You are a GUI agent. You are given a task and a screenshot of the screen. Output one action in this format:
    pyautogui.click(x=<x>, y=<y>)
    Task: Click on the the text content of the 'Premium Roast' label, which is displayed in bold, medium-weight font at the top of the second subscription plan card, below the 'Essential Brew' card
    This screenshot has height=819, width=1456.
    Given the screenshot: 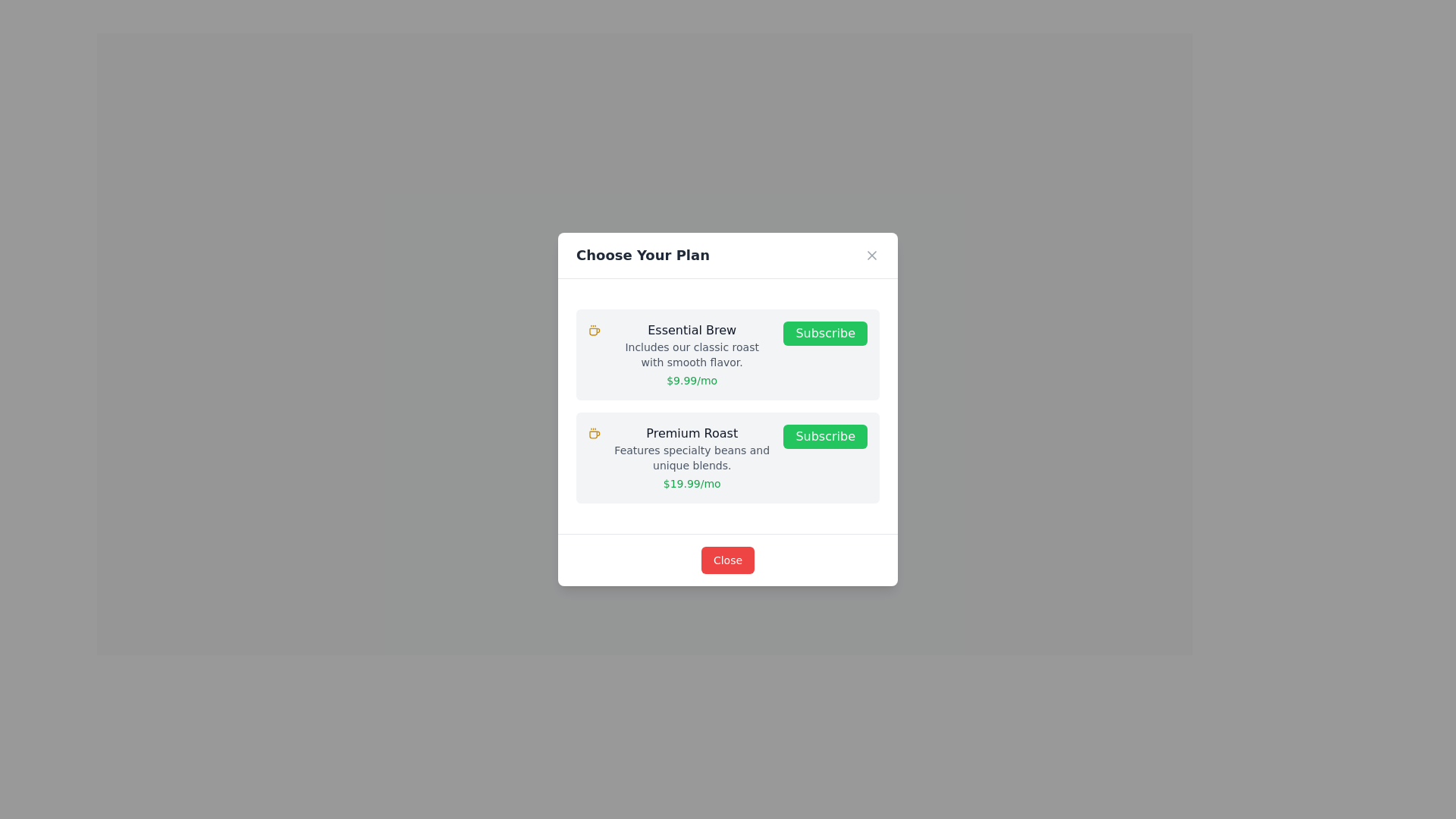 What is the action you would take?
    pyautogui.click(x=691, y=433)
    